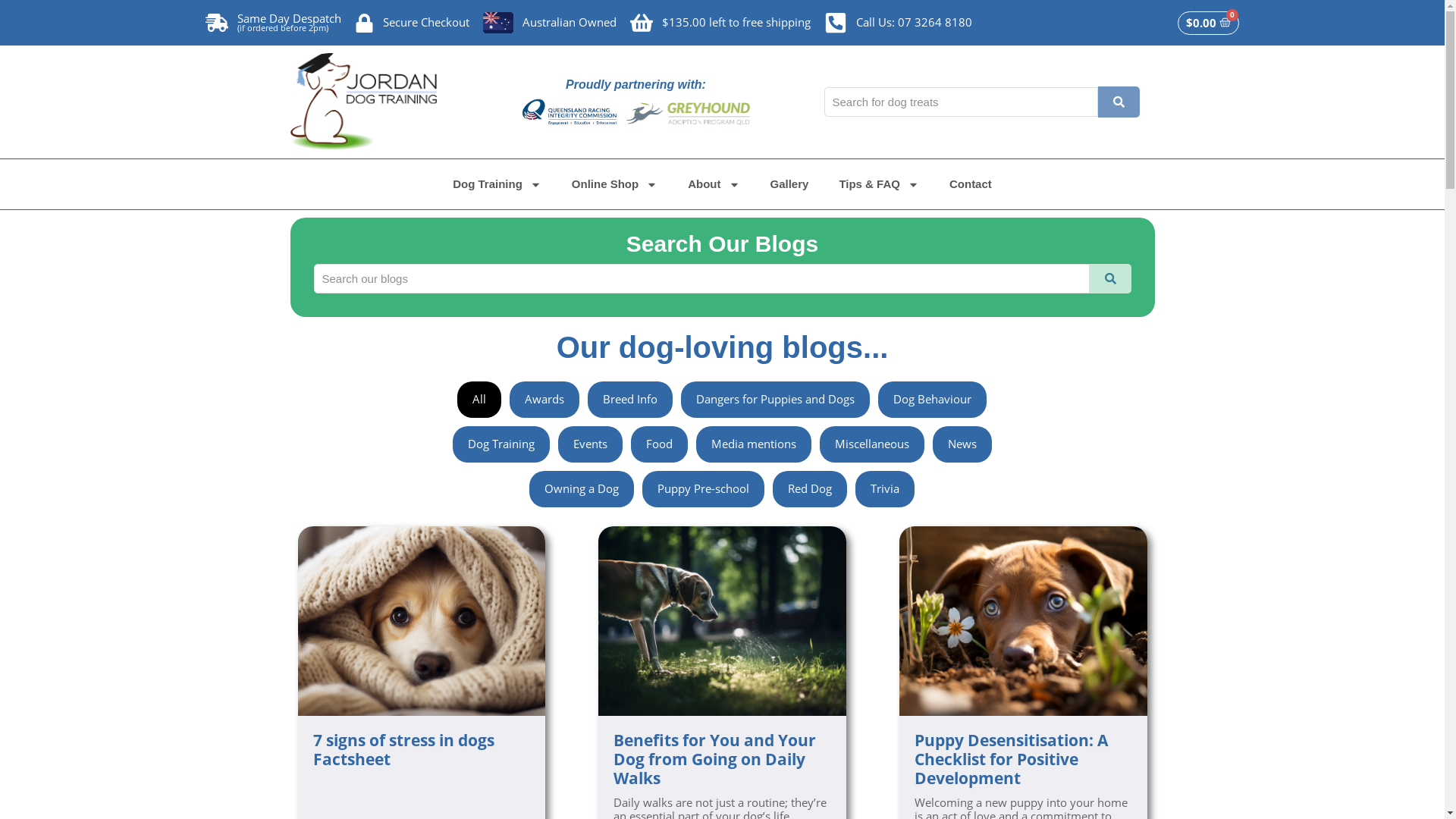 Image resolution: width=1456 pixels, height=819 pixels. Describe the element at coordinates (421, 748) in the screenshot. I see `'7 signs of stress in dogs Factsheet'` at that location.